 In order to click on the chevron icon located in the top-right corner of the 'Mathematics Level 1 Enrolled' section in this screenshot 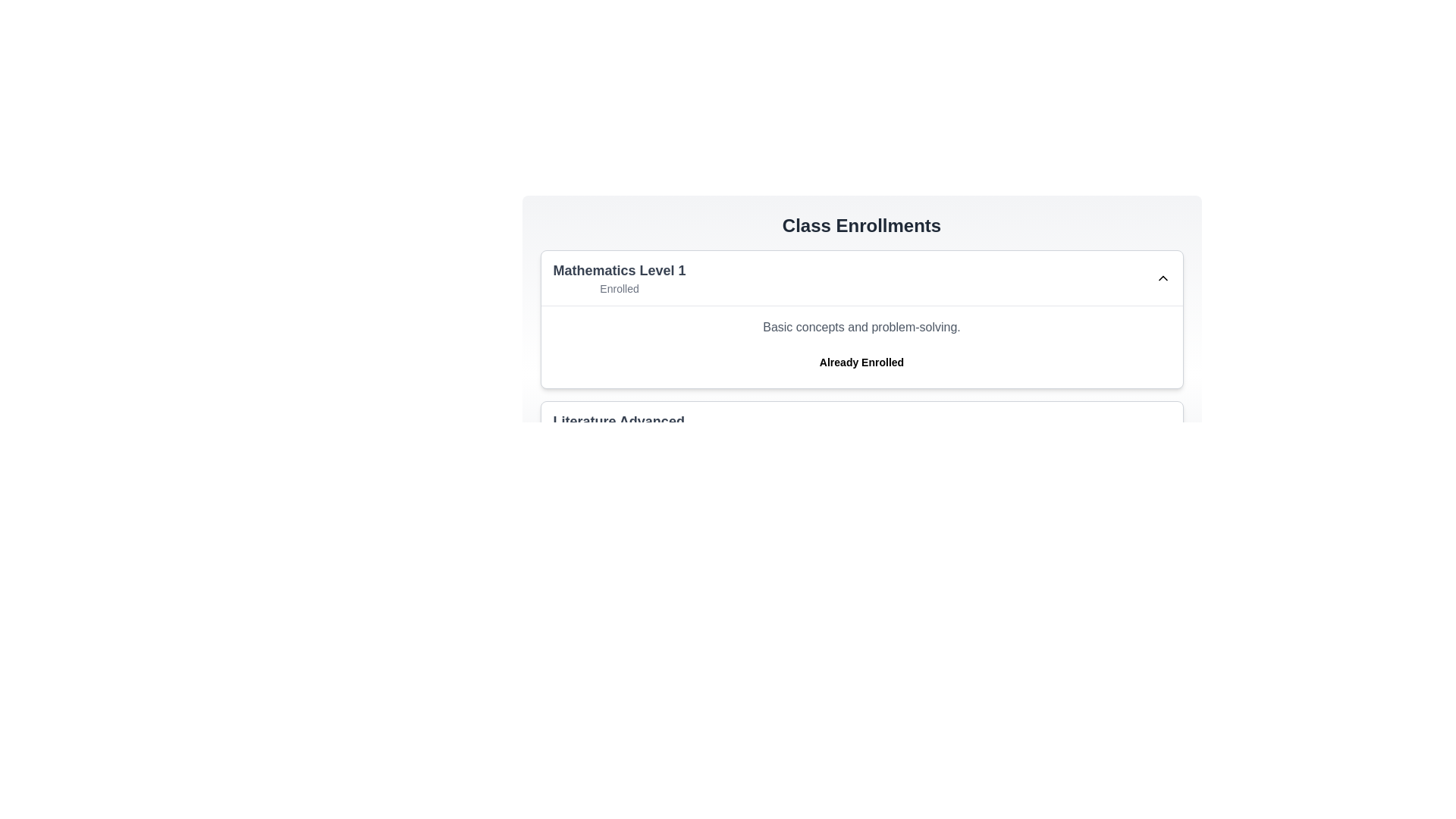, I will do `click(1162, 278)`.